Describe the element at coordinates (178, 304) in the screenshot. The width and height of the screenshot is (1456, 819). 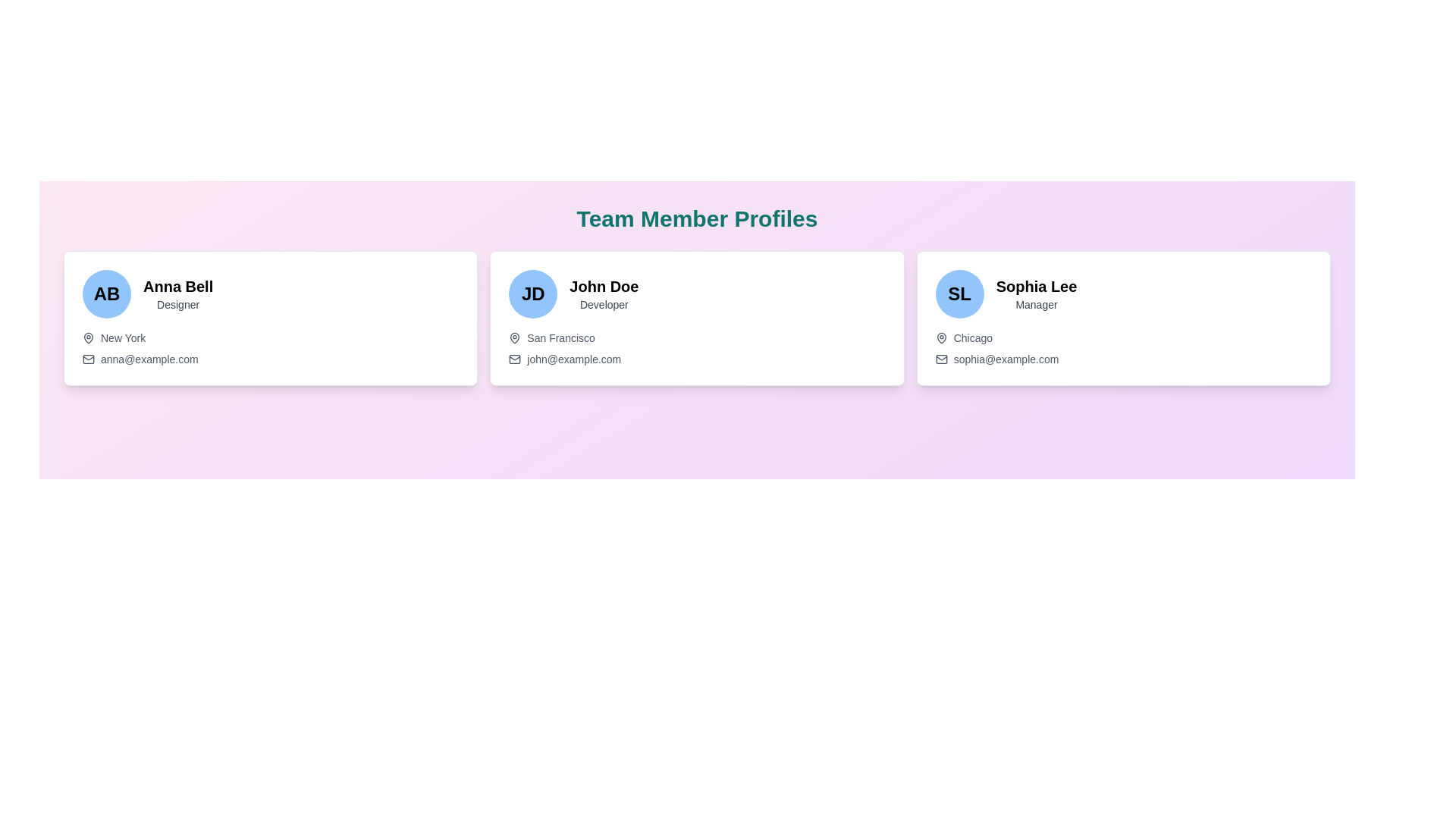
I see `text displayed in the 'Designer' text label located below the 'Anna Bell' text within the profile card` at that location.